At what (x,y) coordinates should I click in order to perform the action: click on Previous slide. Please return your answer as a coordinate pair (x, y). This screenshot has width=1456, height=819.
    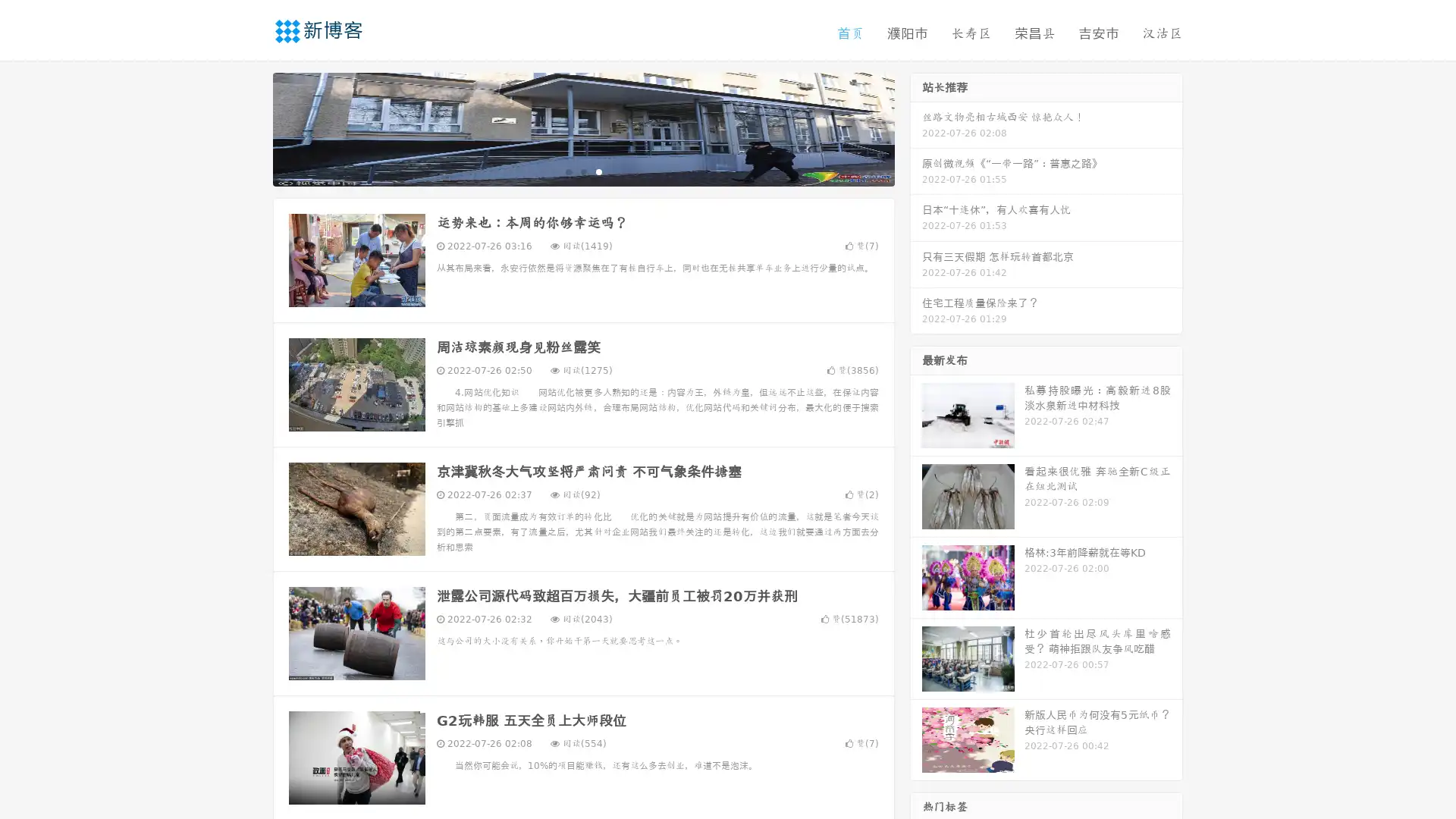
    Looking at the image, I should click on (250, 127).